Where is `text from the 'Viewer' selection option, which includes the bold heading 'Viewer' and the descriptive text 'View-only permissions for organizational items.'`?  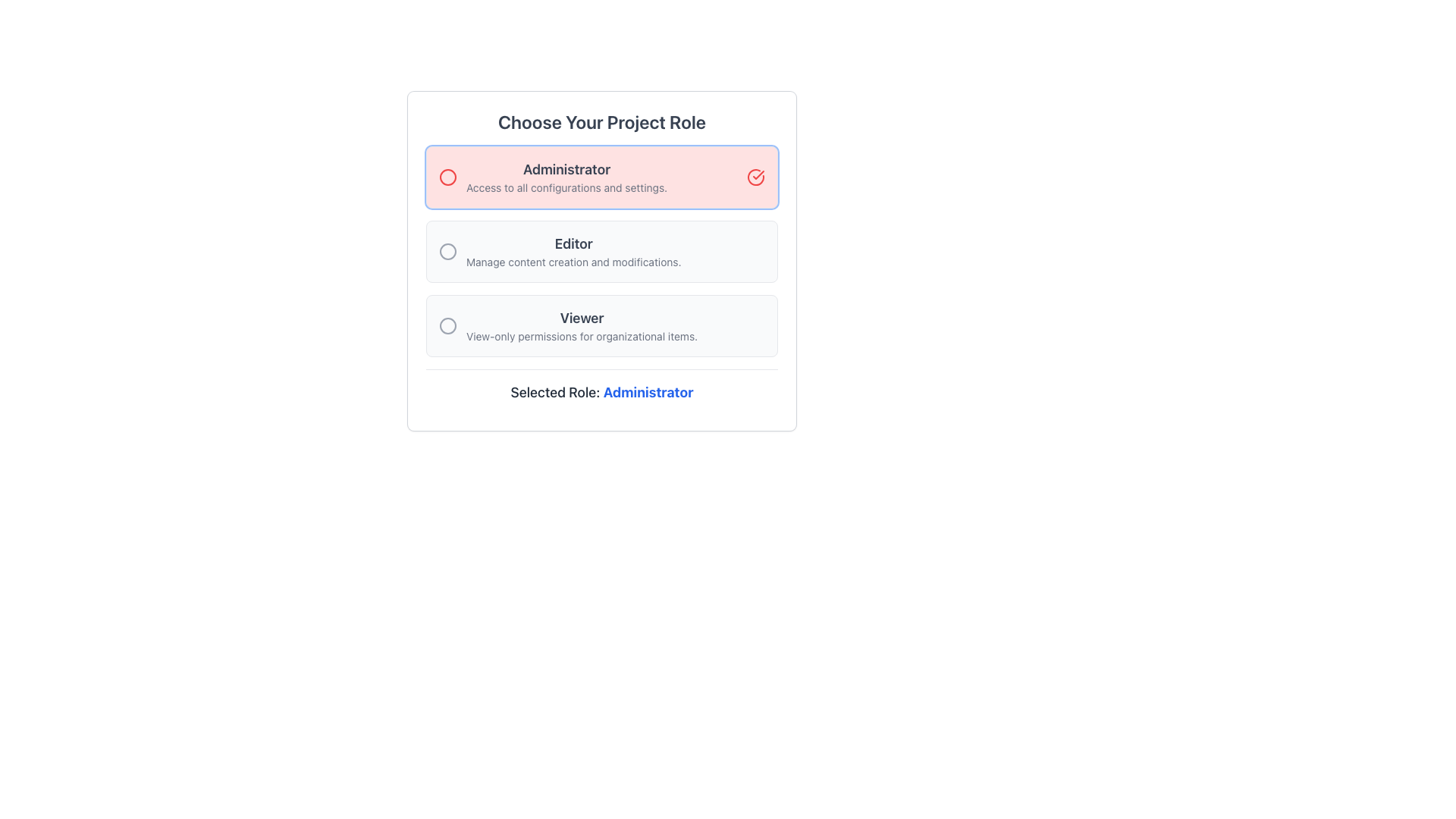 text from the 'Viewer' selection option, which includes the bold heading 'Viewer' and the descriptive text 'View-only permissions for organizational items.' is located at coordinates (581, 325).